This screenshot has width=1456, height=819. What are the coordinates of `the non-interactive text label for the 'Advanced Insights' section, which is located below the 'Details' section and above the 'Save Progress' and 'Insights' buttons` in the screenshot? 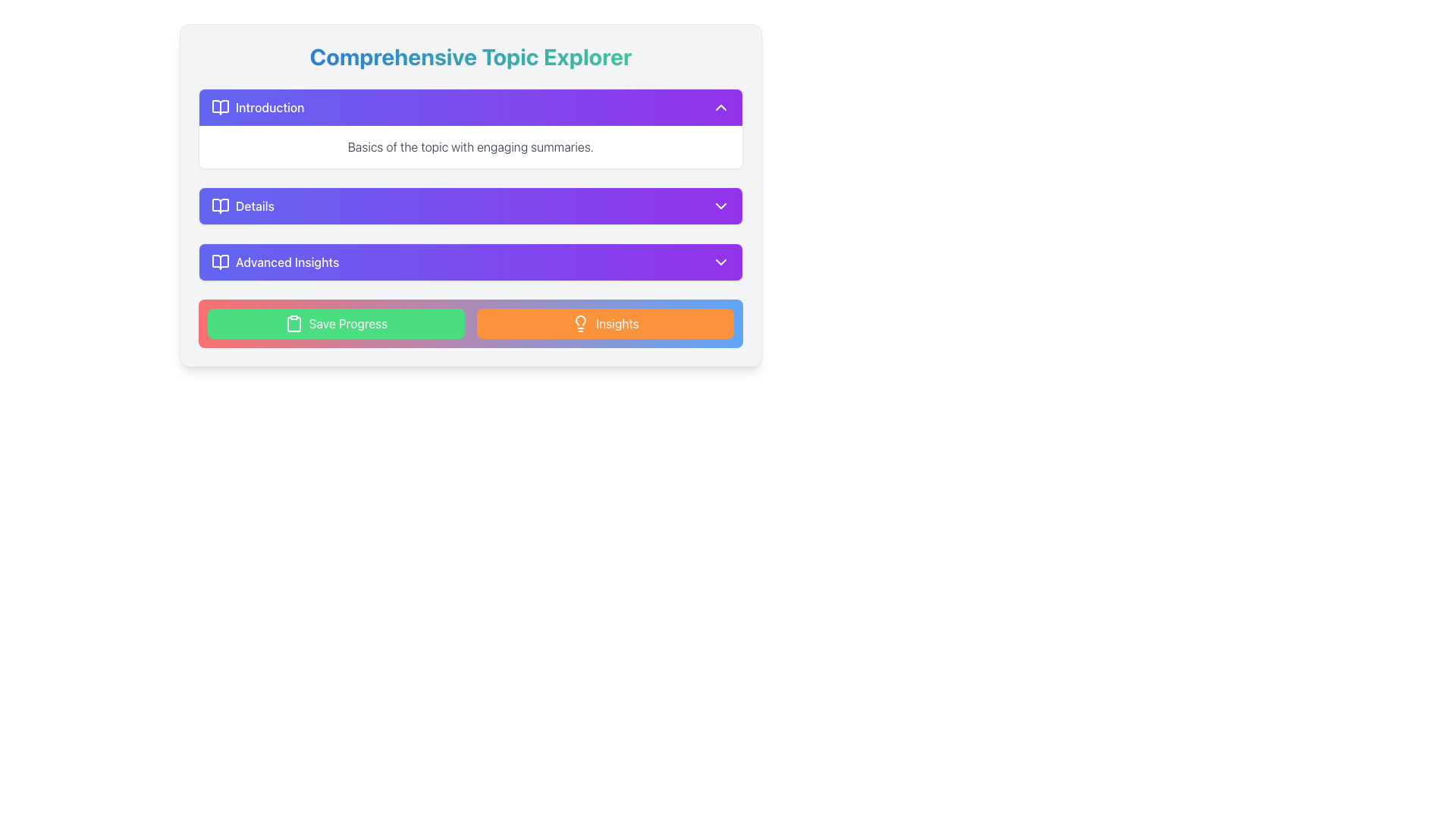 It's located at (275, 262).